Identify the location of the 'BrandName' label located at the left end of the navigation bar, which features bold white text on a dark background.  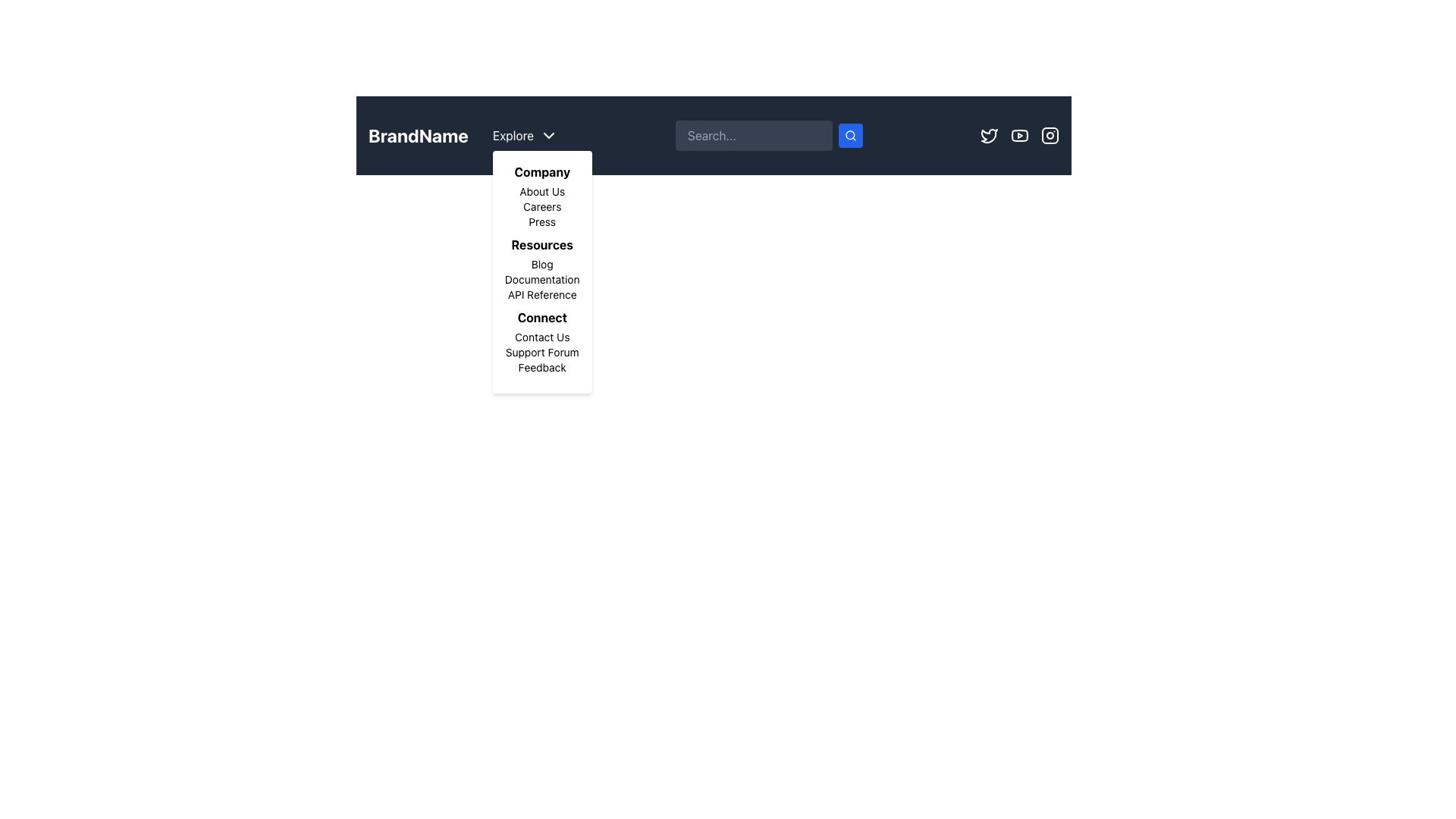
(462, 134).